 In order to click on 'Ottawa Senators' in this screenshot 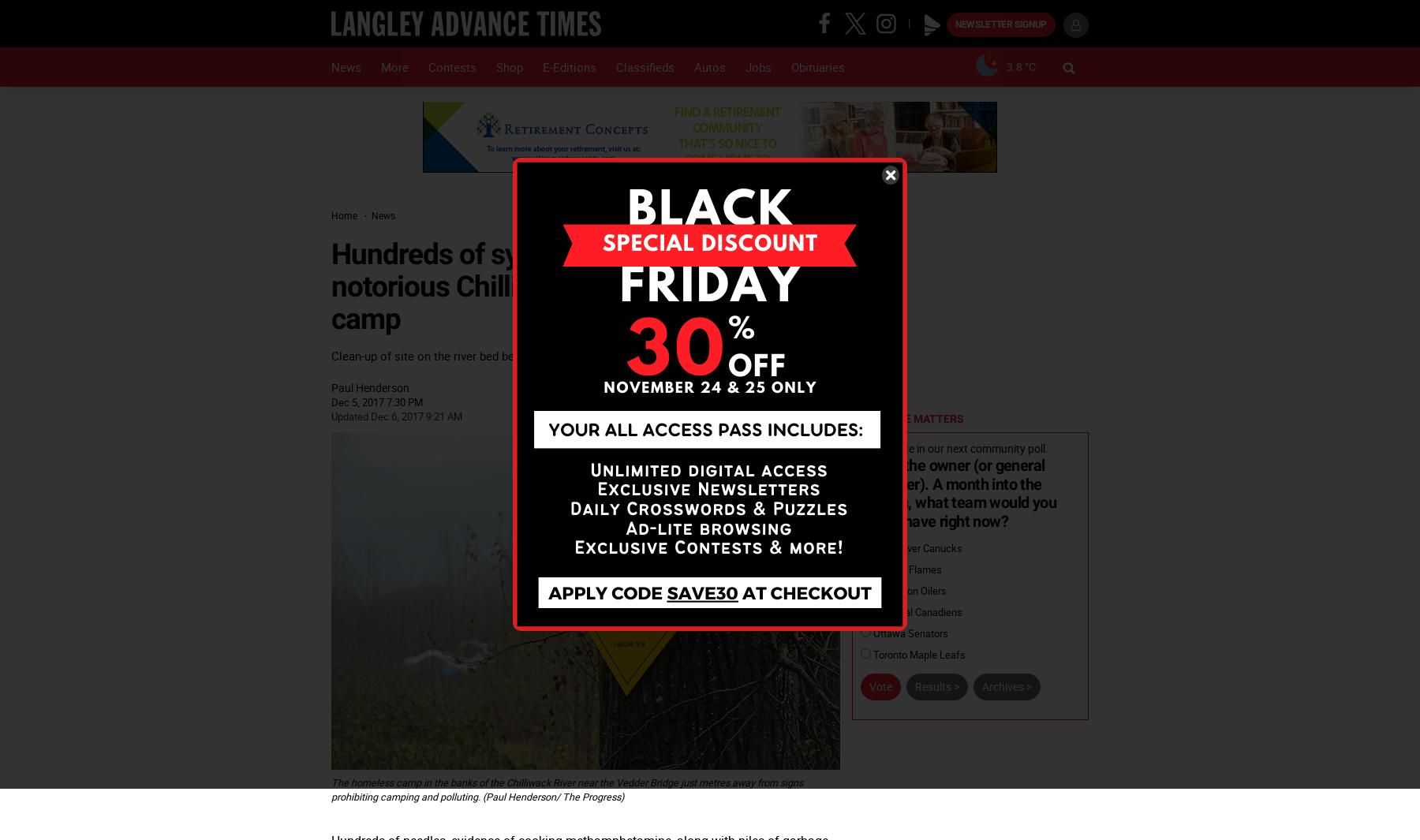, I will do `click(909, 633)`.